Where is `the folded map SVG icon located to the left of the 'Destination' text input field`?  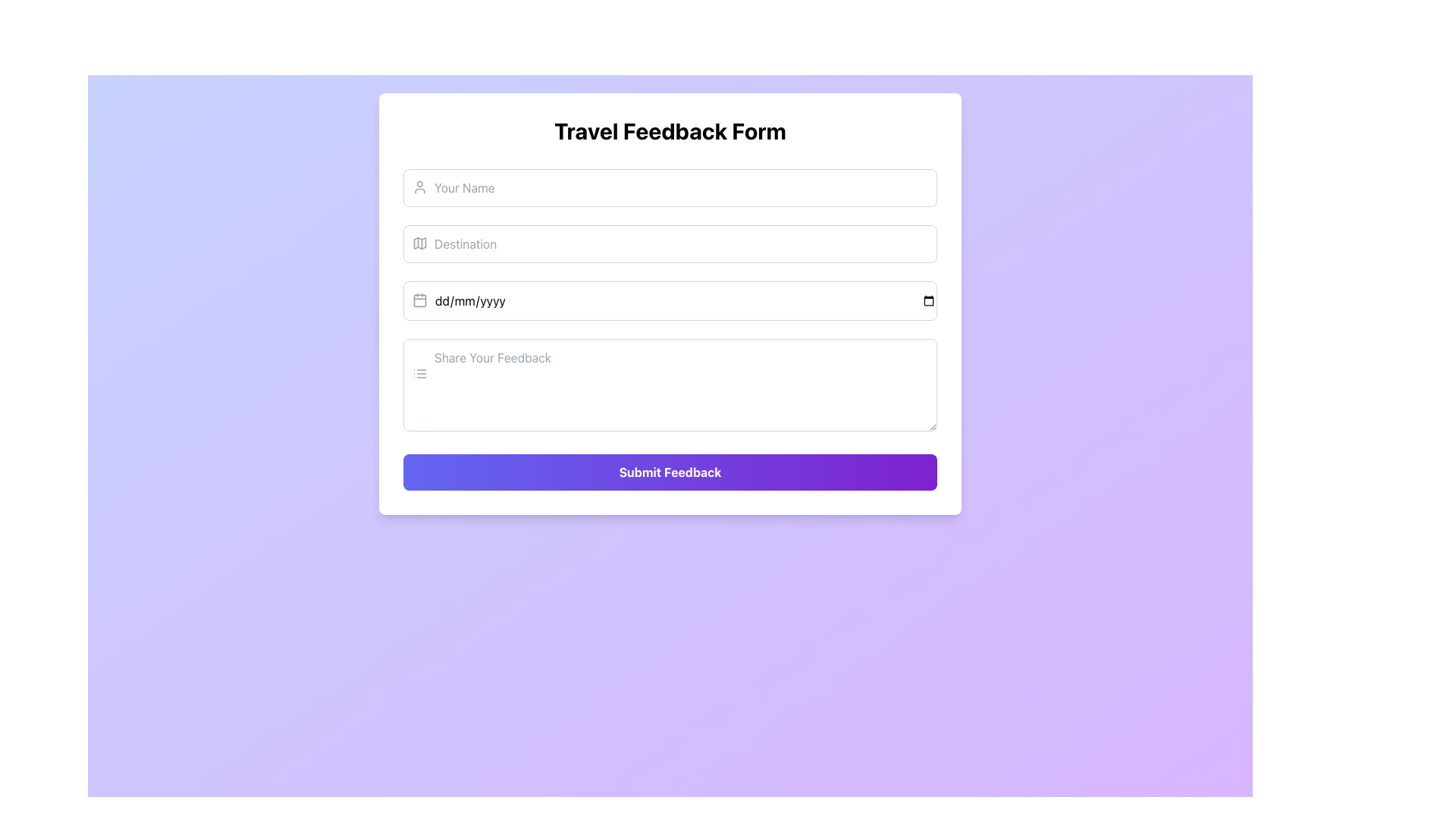 the folded map SVG icon located to the left of the 'Destination' text input field is located at coordinates (419, 242).